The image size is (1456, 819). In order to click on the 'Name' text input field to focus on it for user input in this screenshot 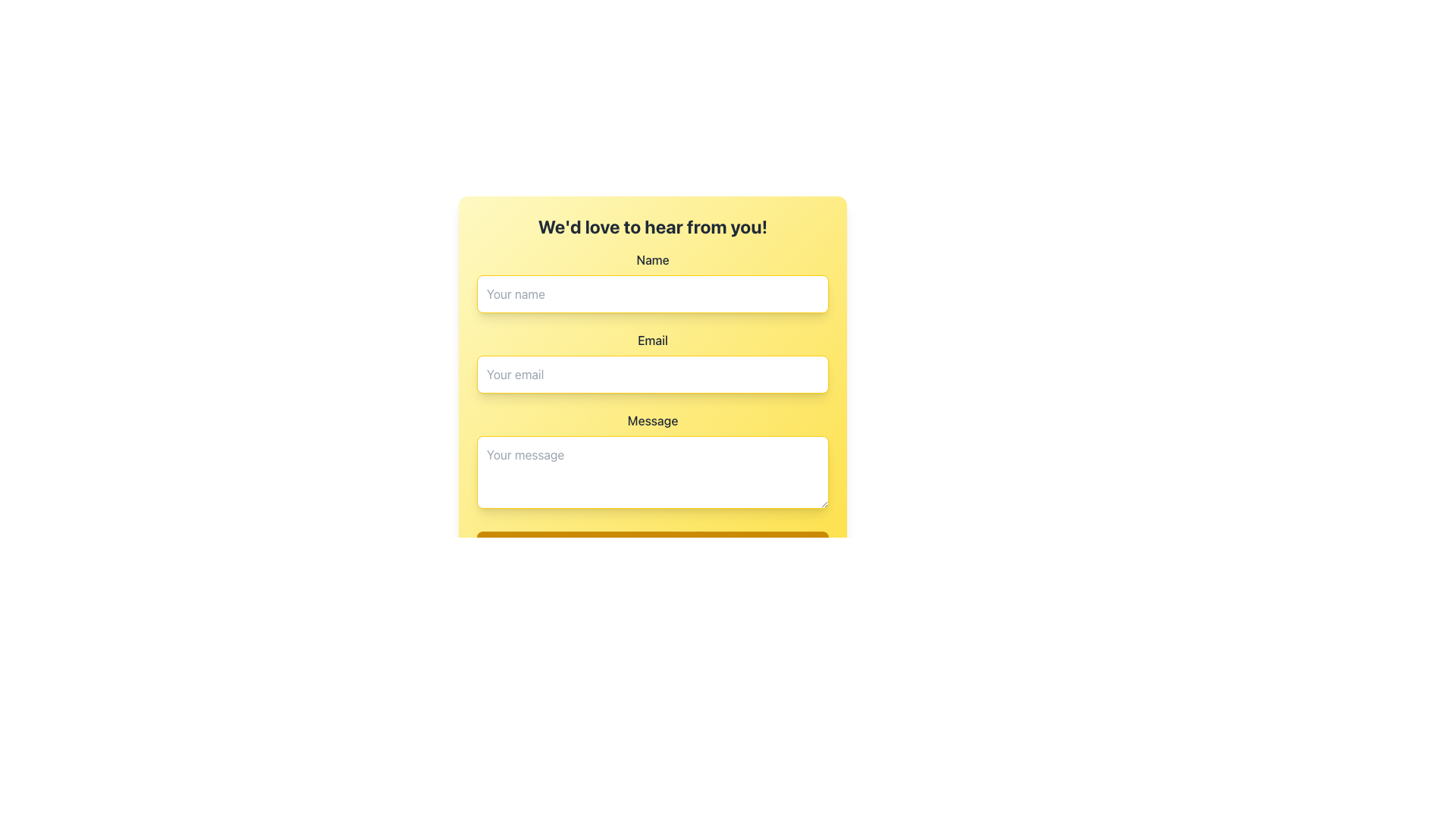, I will do `click(652, 281)`.